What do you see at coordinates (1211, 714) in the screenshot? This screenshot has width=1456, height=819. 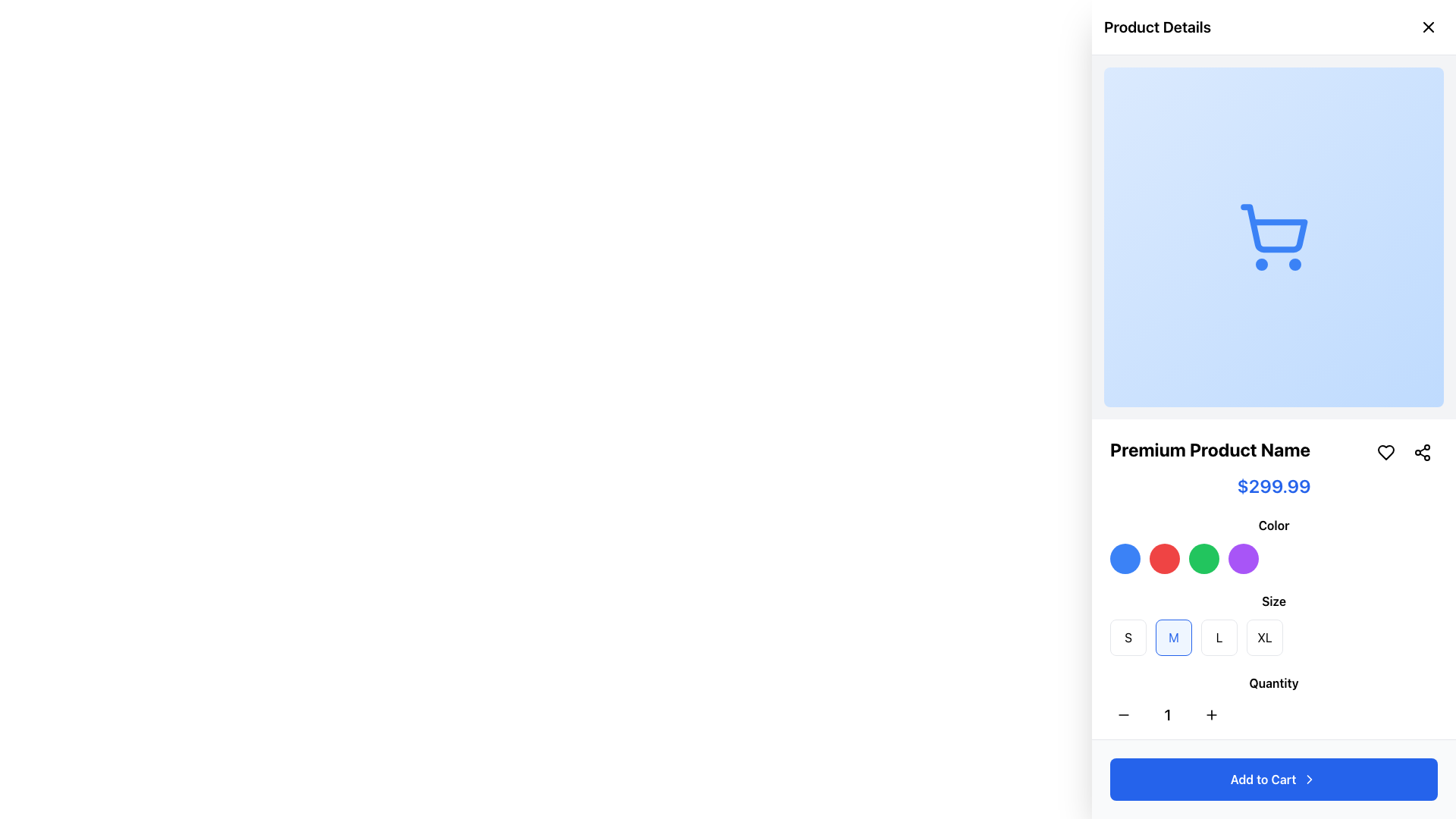 I see `the small icon resembling a plus sign with a circular button-like background located near the bottom-right corner of the product detail panel under the 'Quantity' section` at bounding box center [1211, 714].